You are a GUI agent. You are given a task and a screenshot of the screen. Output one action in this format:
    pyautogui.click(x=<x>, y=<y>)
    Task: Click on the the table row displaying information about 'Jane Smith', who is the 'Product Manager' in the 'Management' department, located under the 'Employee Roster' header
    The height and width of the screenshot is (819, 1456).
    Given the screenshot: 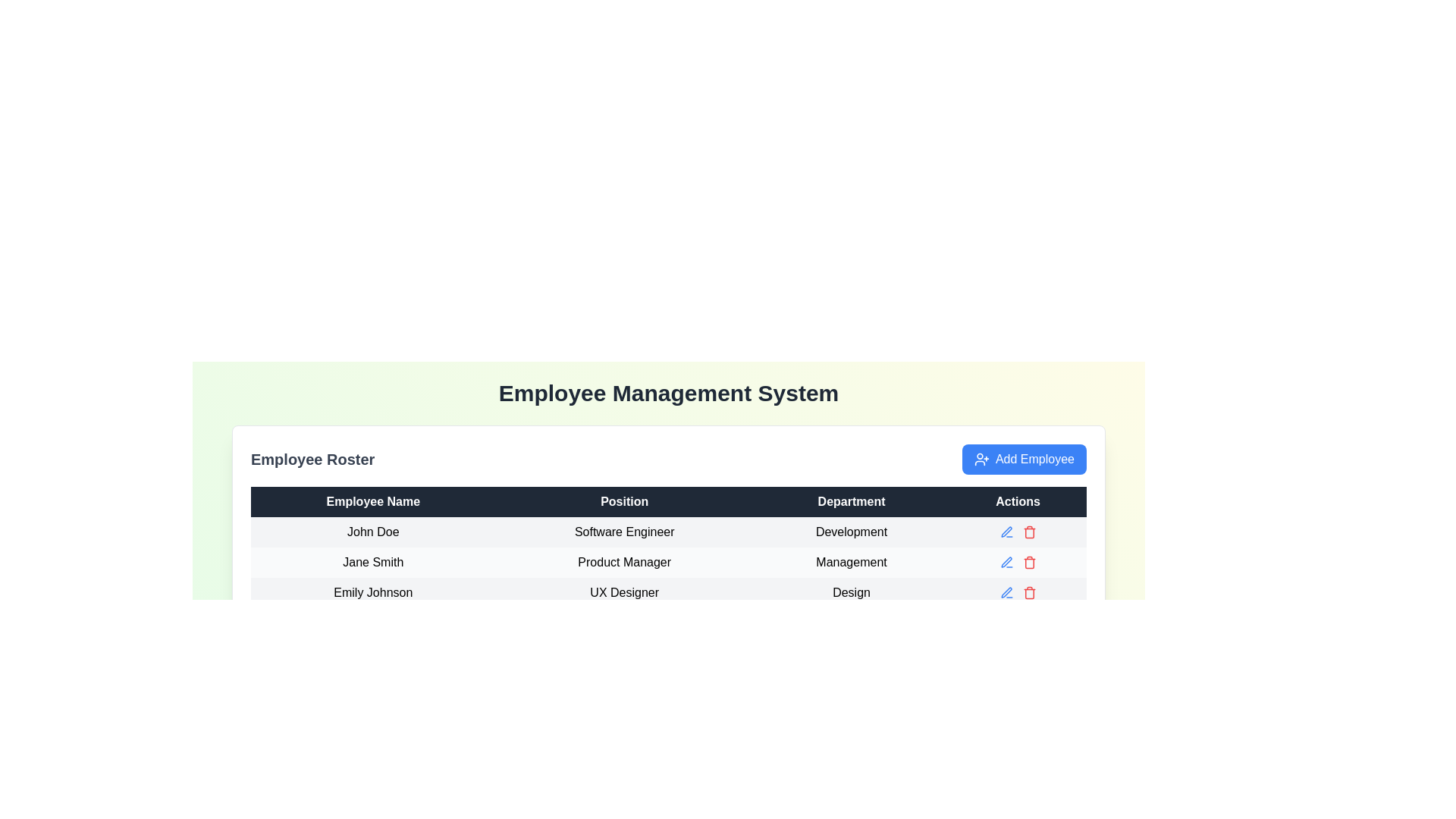 What is the action you would take?
    pyautogui.click(x=668, y=562)
    